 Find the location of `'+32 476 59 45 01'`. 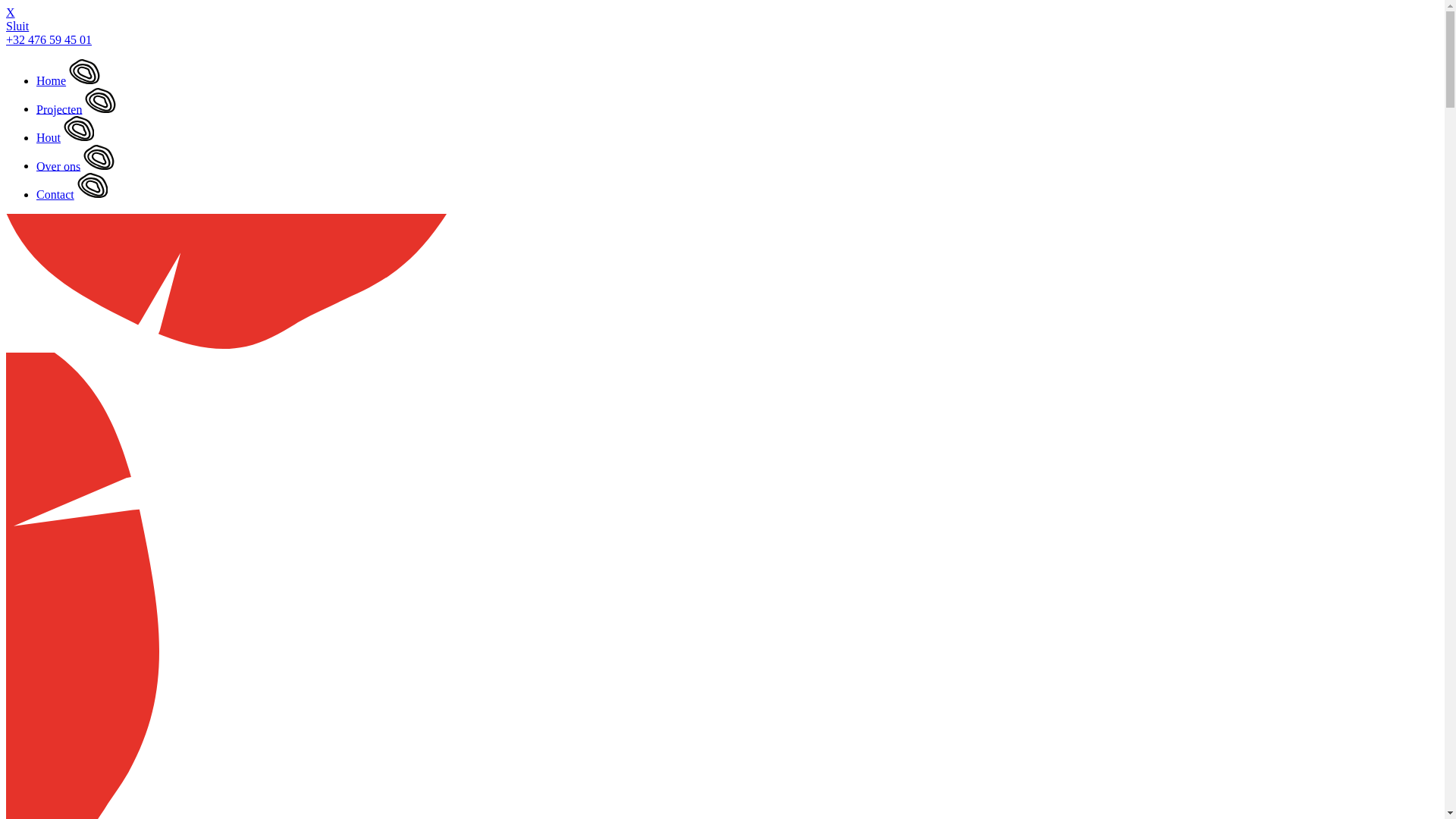

'+32 476 59 45 01' is located at coordinates (49, 39).